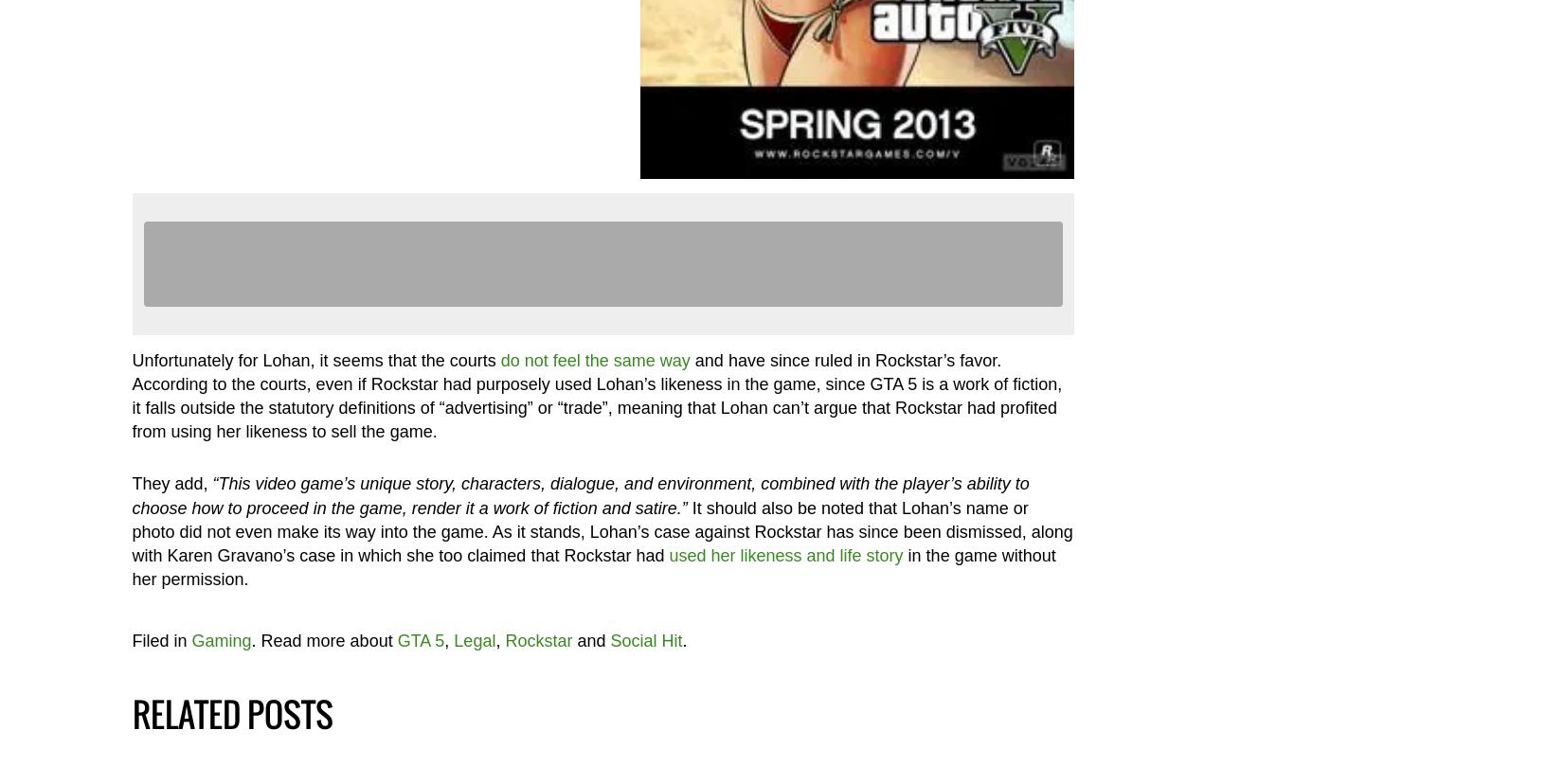  Describe the element at coordinates (475, 639) in the screenshot. I see `'Legal'` at that location.